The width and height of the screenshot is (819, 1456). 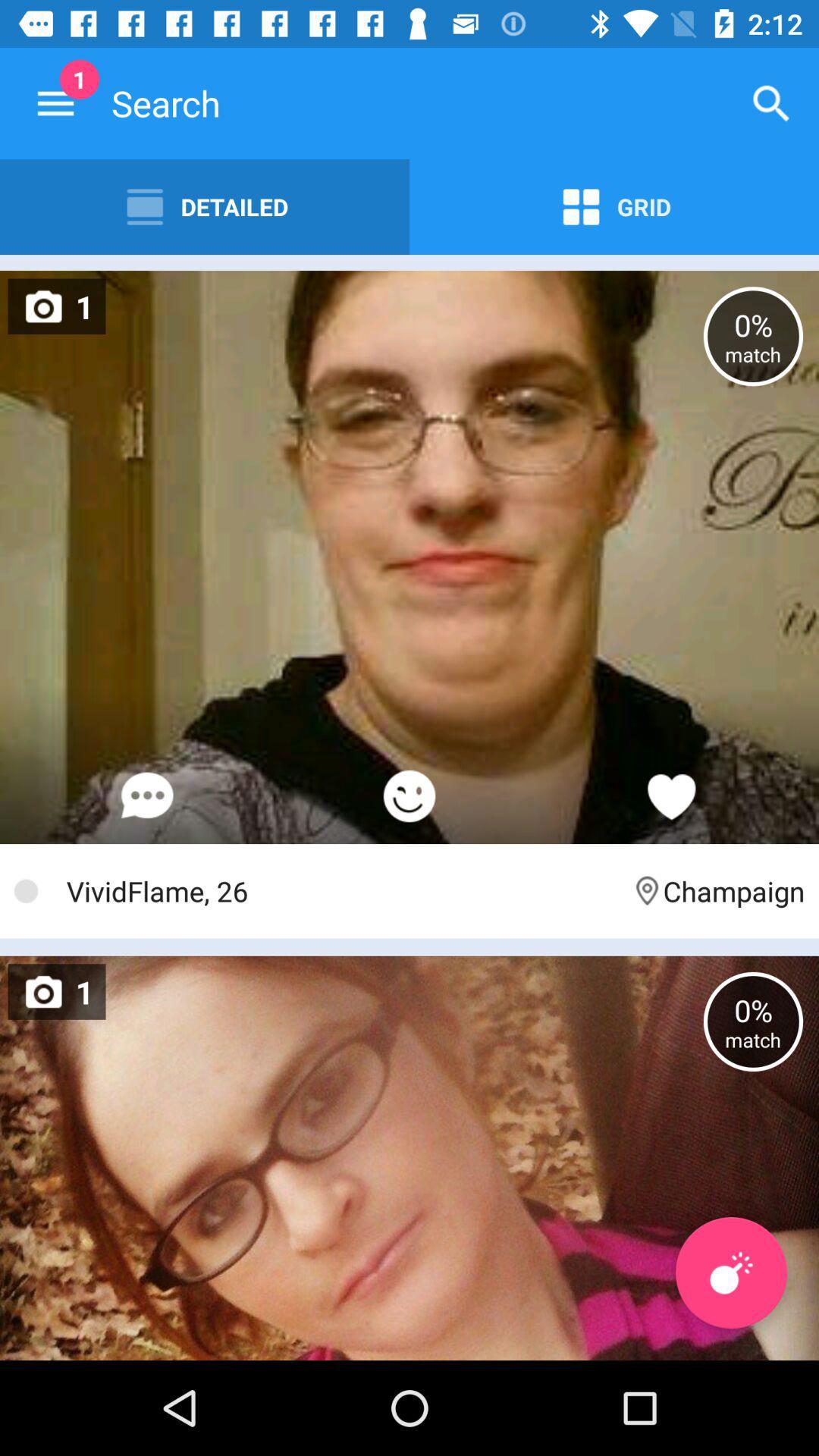 I want to click on the icon below 0%, so click(x=730, y=1272).